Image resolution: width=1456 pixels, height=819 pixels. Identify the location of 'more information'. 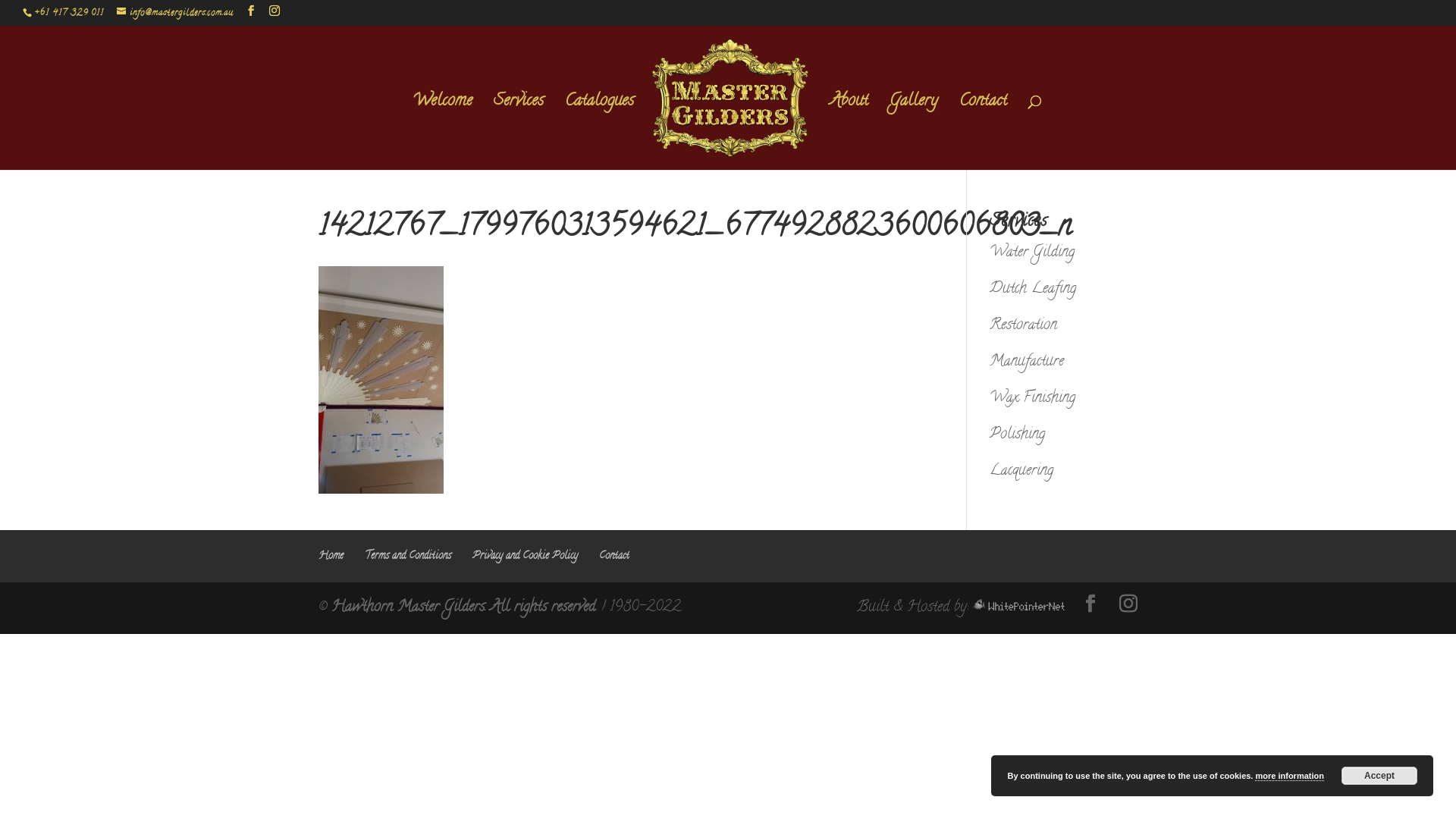
(1288, 776).